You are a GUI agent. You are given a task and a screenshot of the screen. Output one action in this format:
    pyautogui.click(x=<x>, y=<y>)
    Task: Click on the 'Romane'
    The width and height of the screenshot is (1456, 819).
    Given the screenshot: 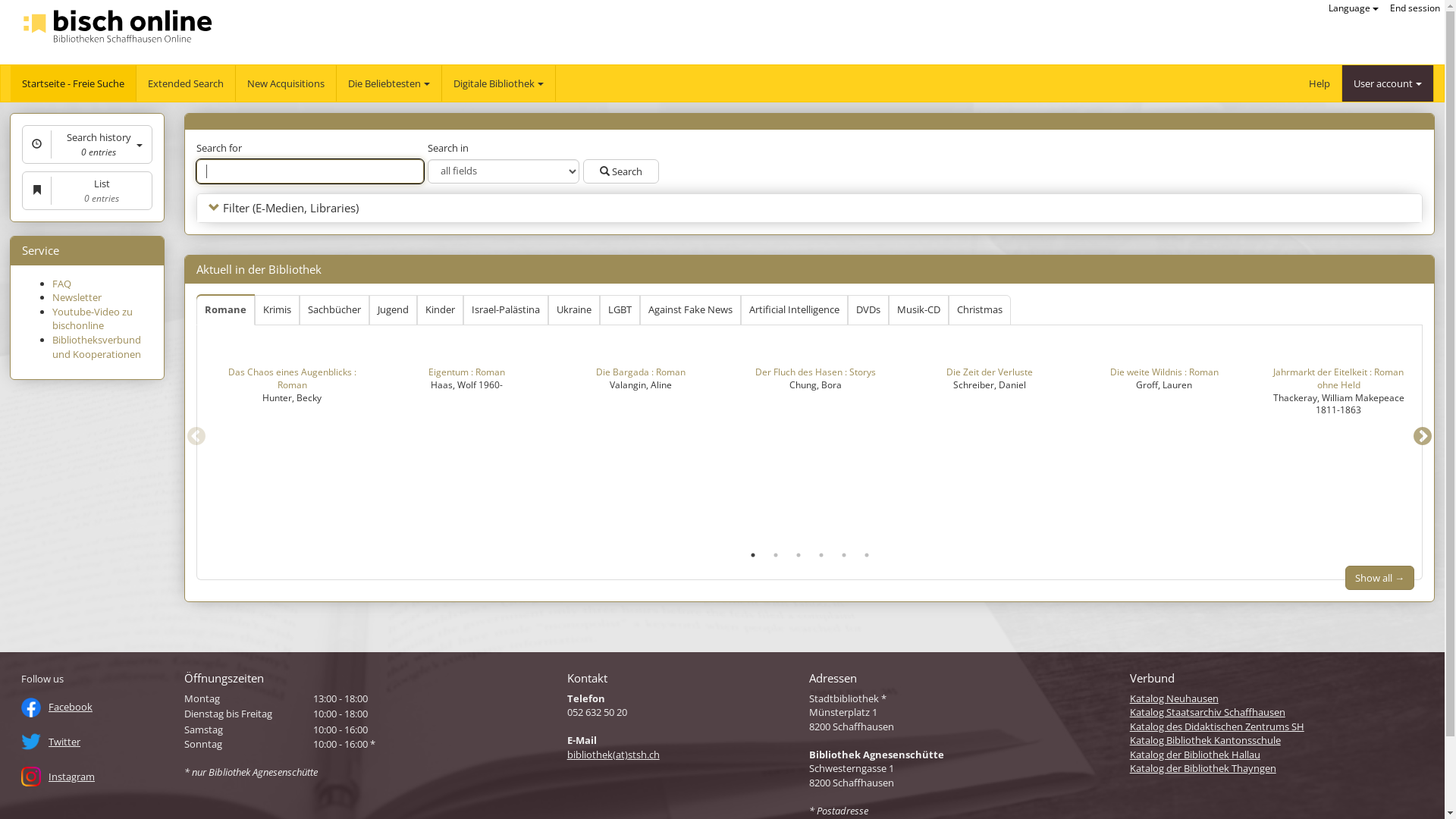 What is the action you would take?
    pyautogui.click(x=196, y=309)
    